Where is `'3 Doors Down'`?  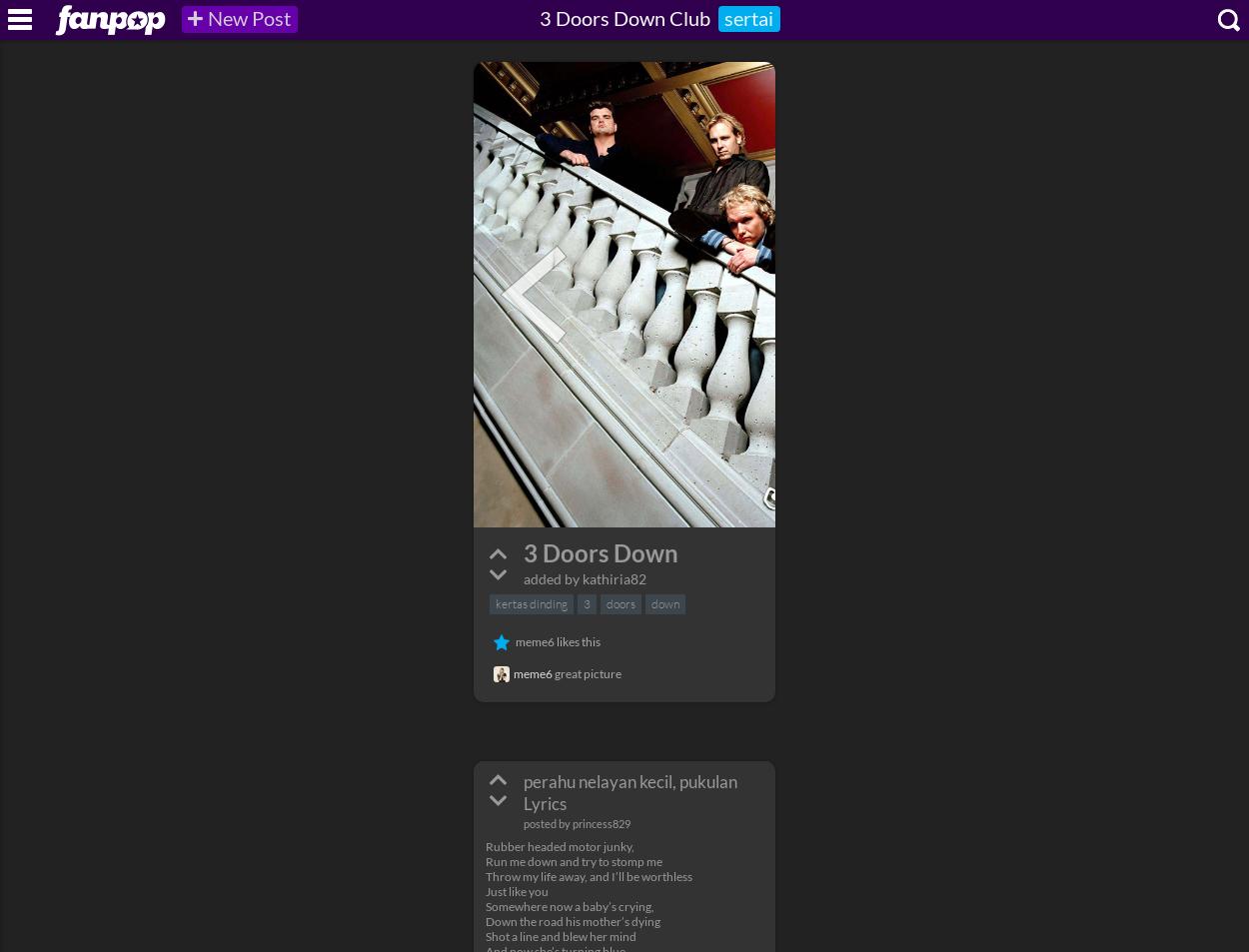
'3 Doors Down' is located at coordinates (524, 552).